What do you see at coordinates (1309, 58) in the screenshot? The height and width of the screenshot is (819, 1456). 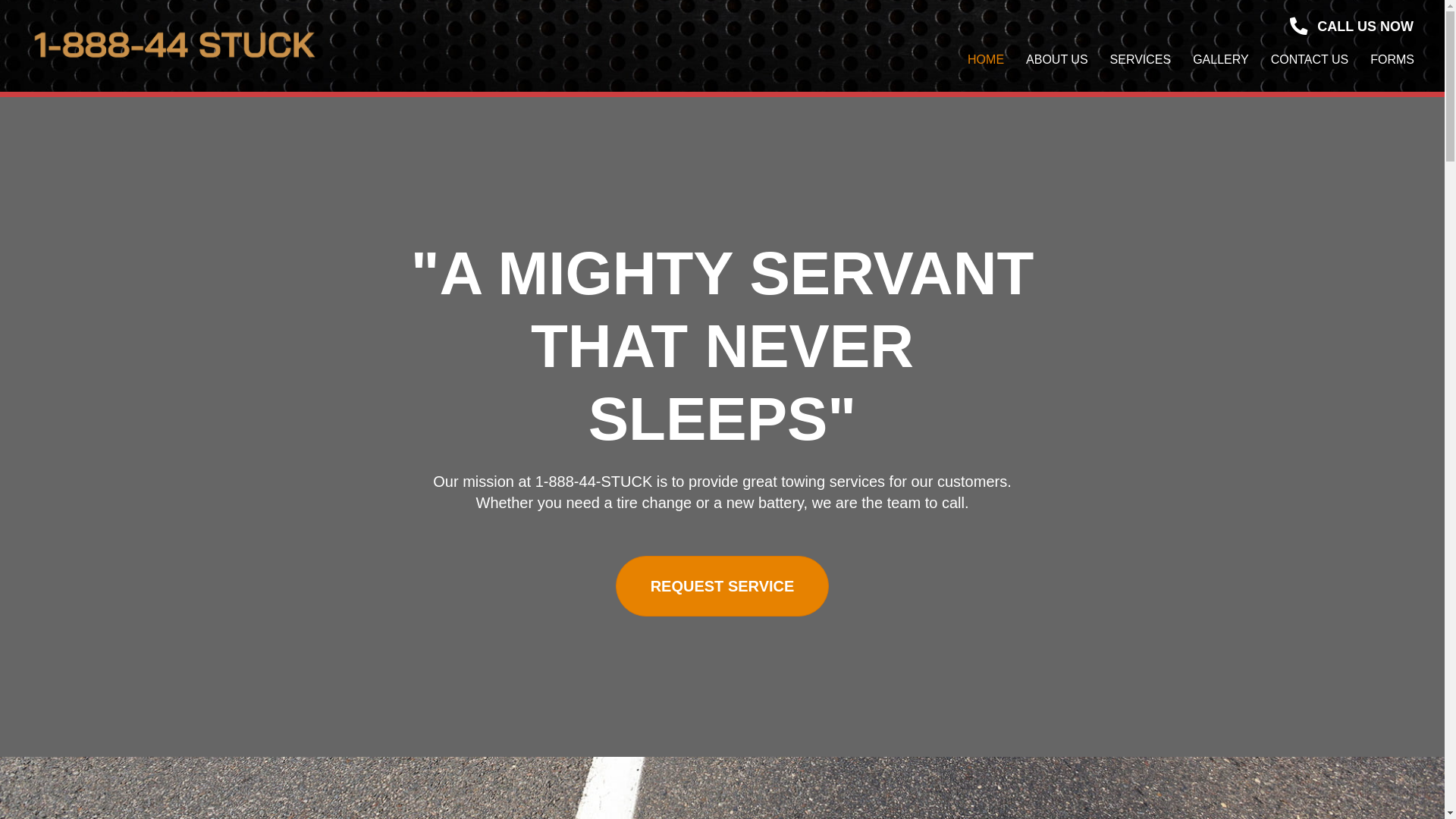 I see `'CONTACT US'` at bounding box center [1309, 58].